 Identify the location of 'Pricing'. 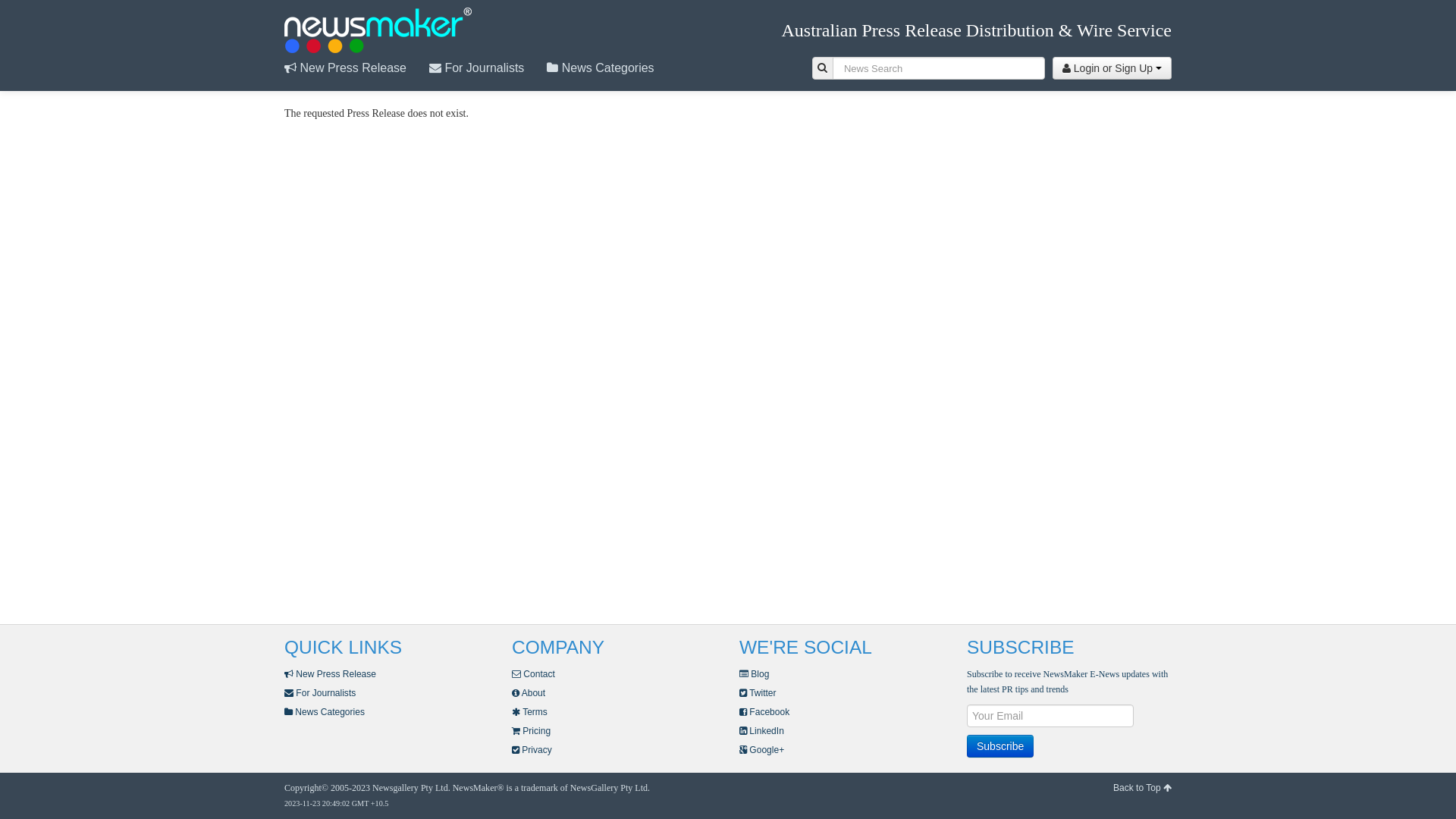
(531, 730).